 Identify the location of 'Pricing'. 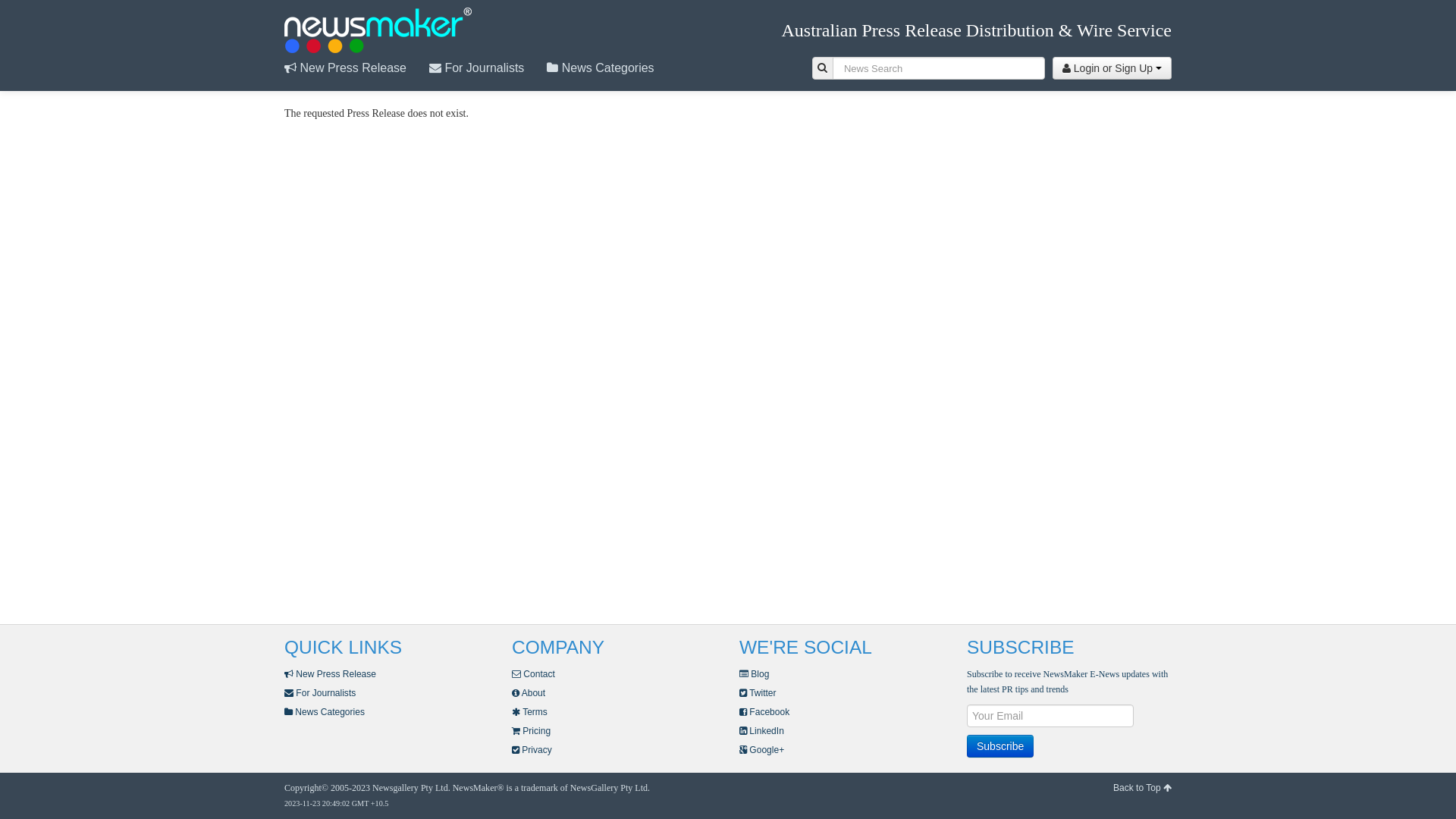
(531, 730).